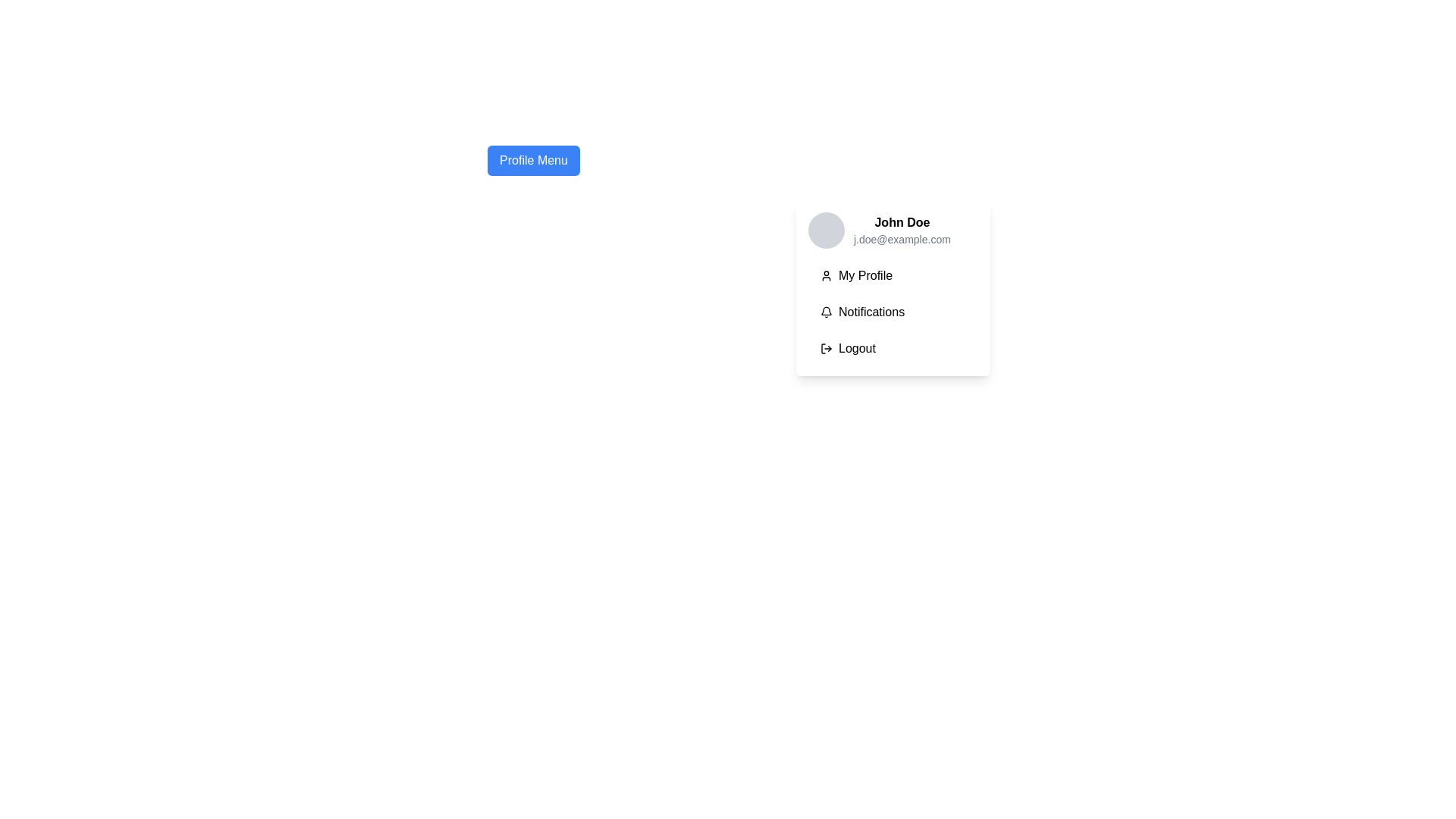 The image size is (1456, 819). Describe the element at coordinates (825, 275) in the screenshot. I see `the small user icon in the 'My Profile' section of the dropdown menu, which is a minimalist line-drawing style icon located to the left of the text label 'My Profile'` at that location.